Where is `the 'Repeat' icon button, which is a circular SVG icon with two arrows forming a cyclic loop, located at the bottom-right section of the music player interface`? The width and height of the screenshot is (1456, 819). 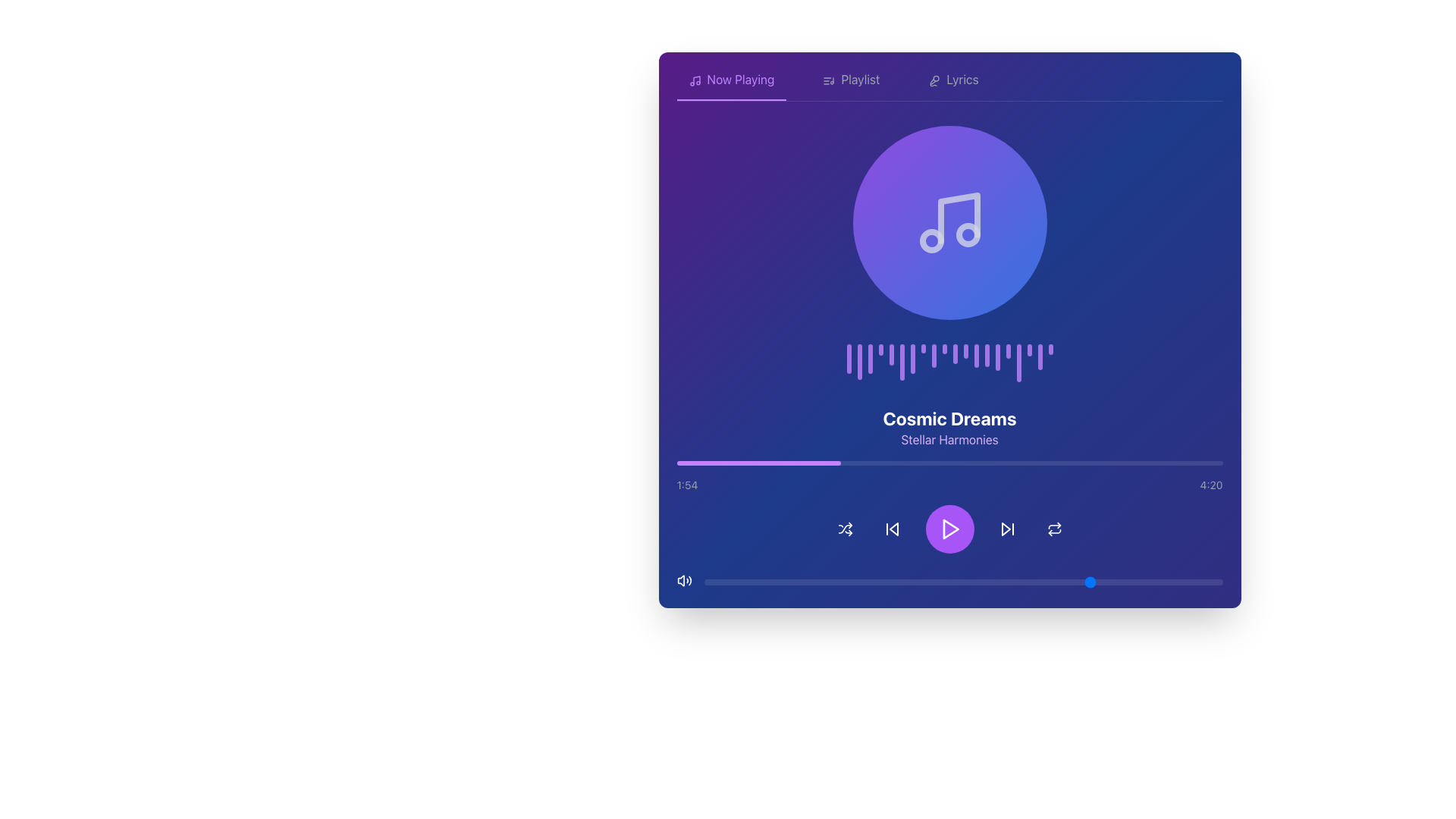
the 'Repeat' icon button, which is a circular SVG icon with two arrows forming a cyclic loop, located at the bottom-right section of the music player interface is located at coordinates (1053, 529).